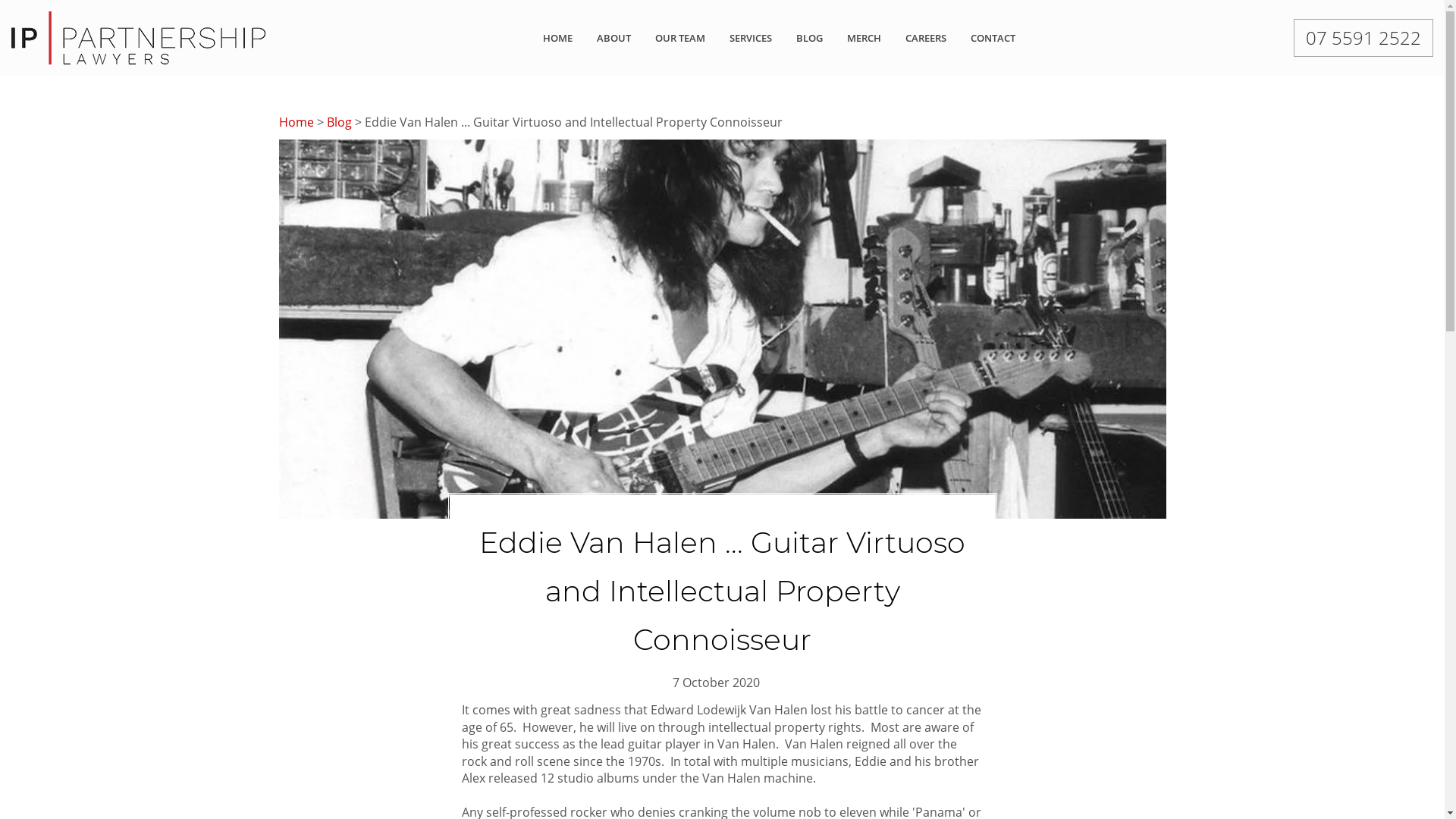  Describe the element at coordinates (613, 37) in the screenshot. I see `'ABOUT'` at that location.